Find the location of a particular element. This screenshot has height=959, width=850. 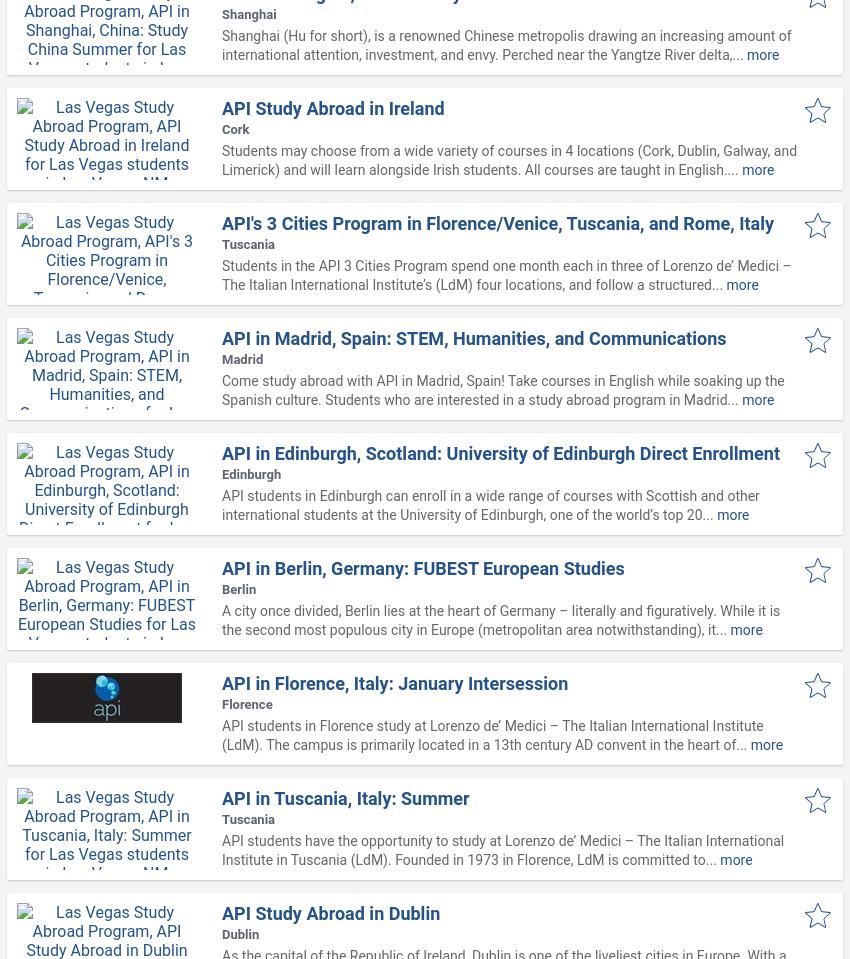

'API in Madrid, Spain: STEM, Humanities, and Communications' is located at coordinates (473, 337).